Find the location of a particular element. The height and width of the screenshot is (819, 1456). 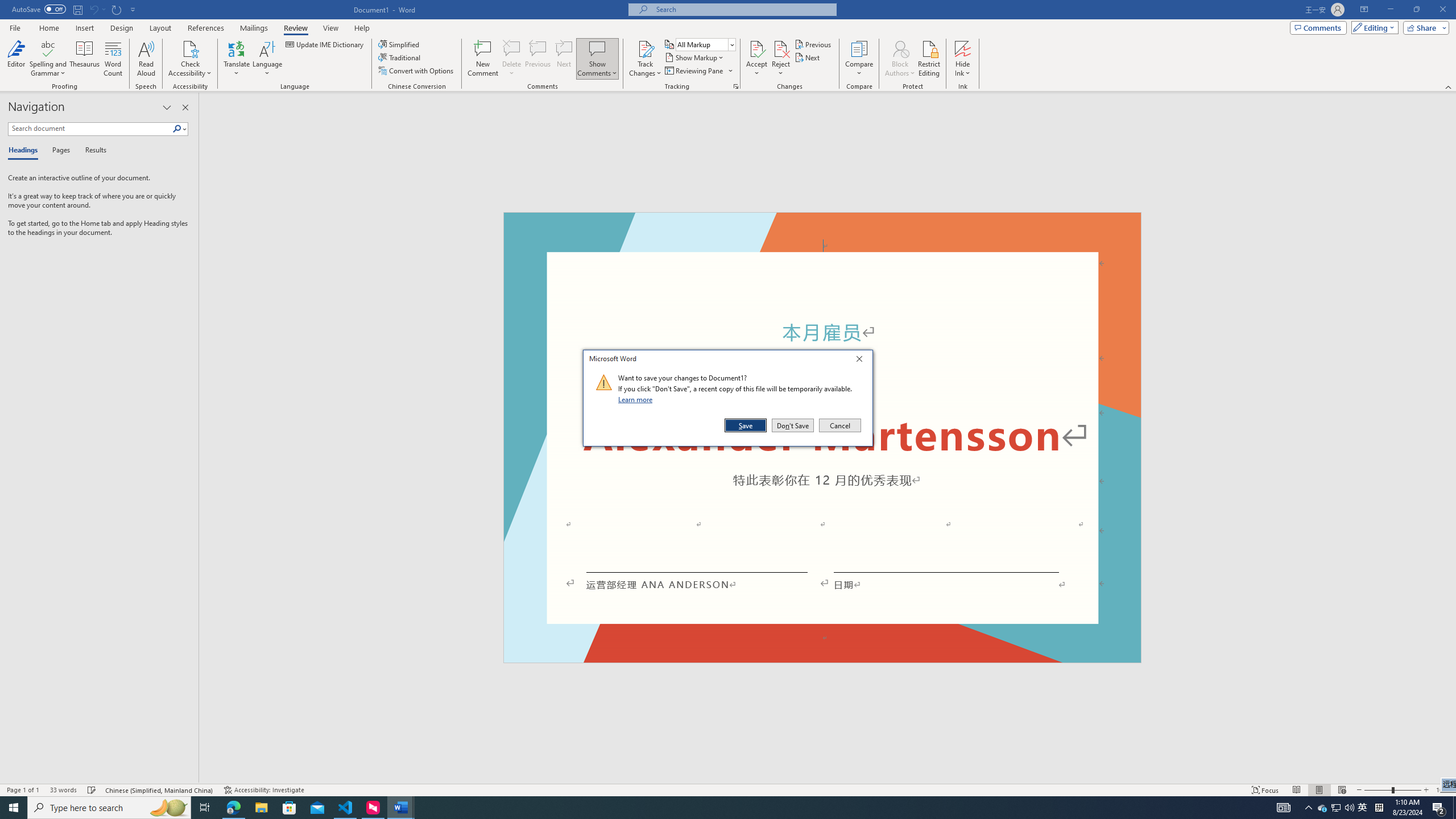

'Notification Chevron' is located at coordinates (1308, 806).